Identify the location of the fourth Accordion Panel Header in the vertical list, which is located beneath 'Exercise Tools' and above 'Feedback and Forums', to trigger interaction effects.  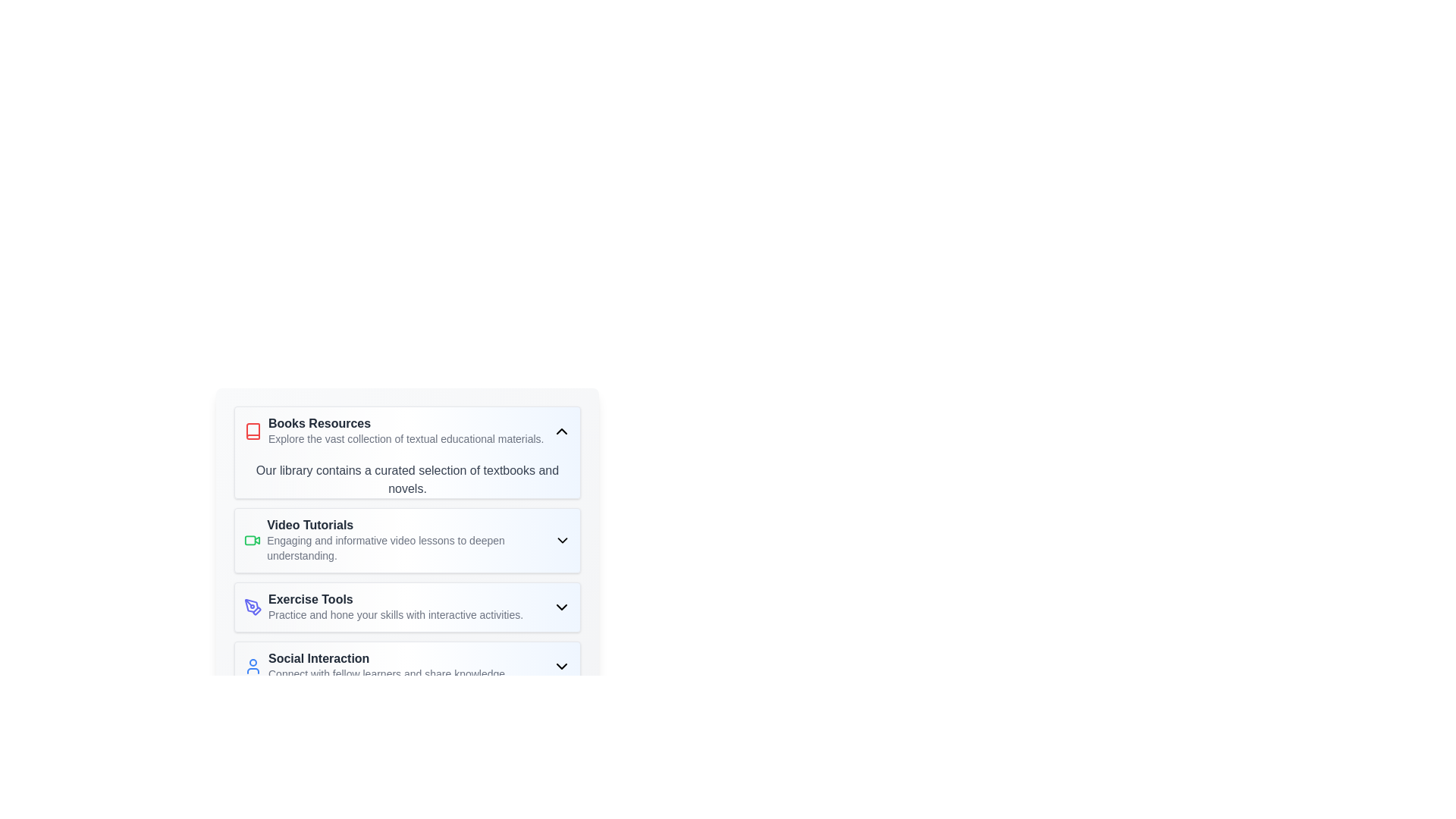
(407, 666).